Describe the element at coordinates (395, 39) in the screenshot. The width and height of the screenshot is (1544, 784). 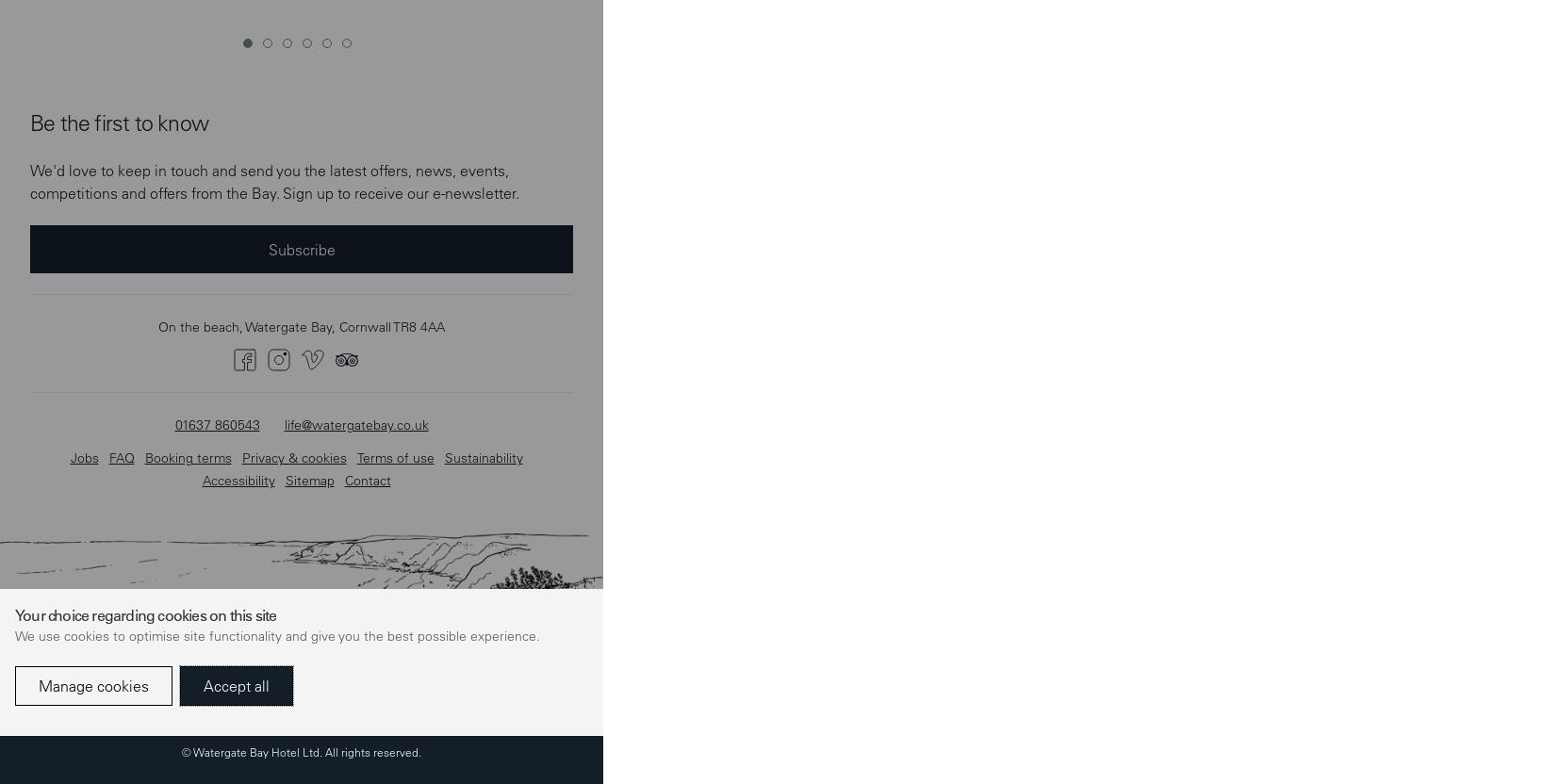
I see `'Terms of use'` at that location.